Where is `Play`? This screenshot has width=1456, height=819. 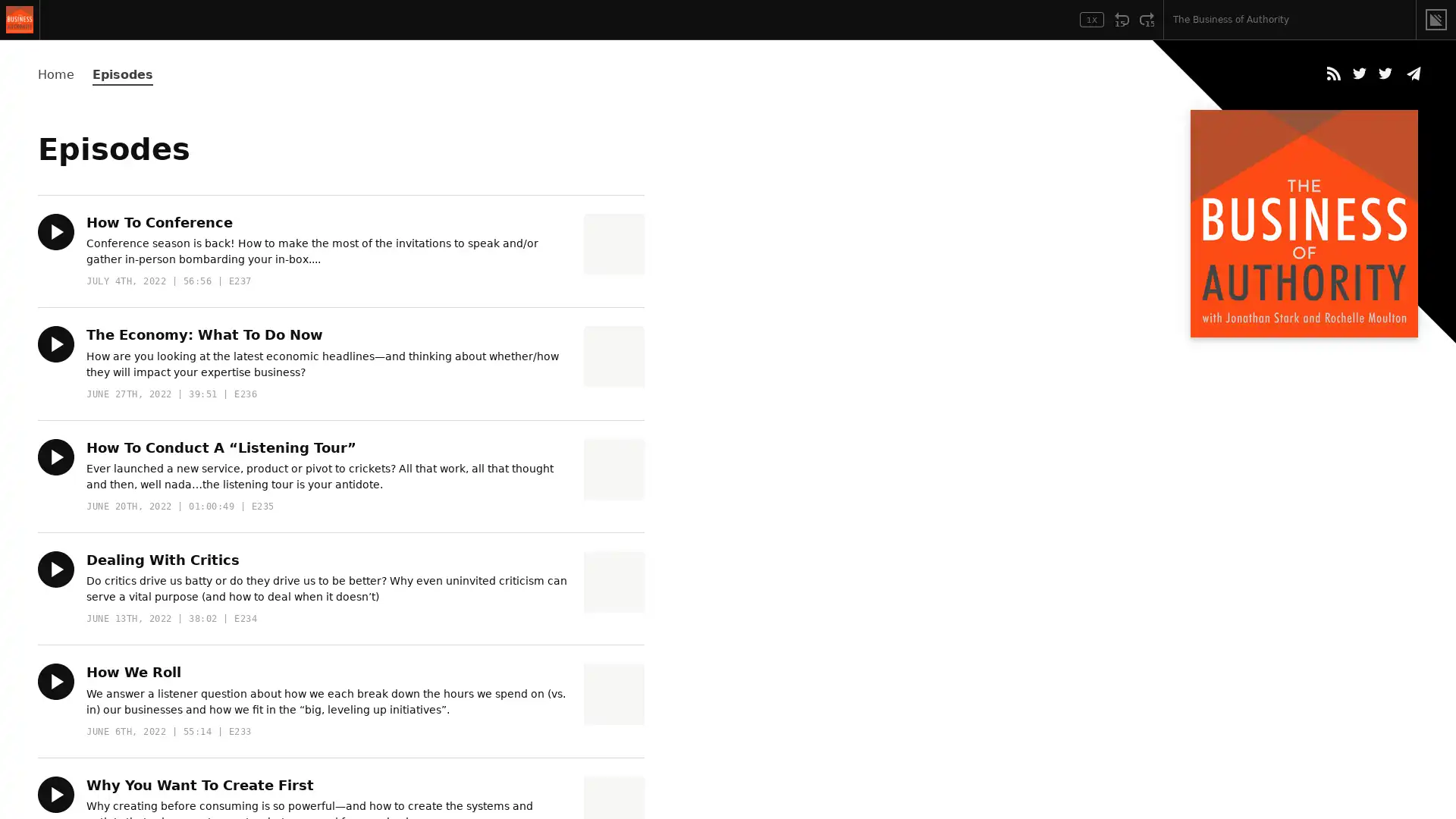
Play is located at coordinates (55, 568).